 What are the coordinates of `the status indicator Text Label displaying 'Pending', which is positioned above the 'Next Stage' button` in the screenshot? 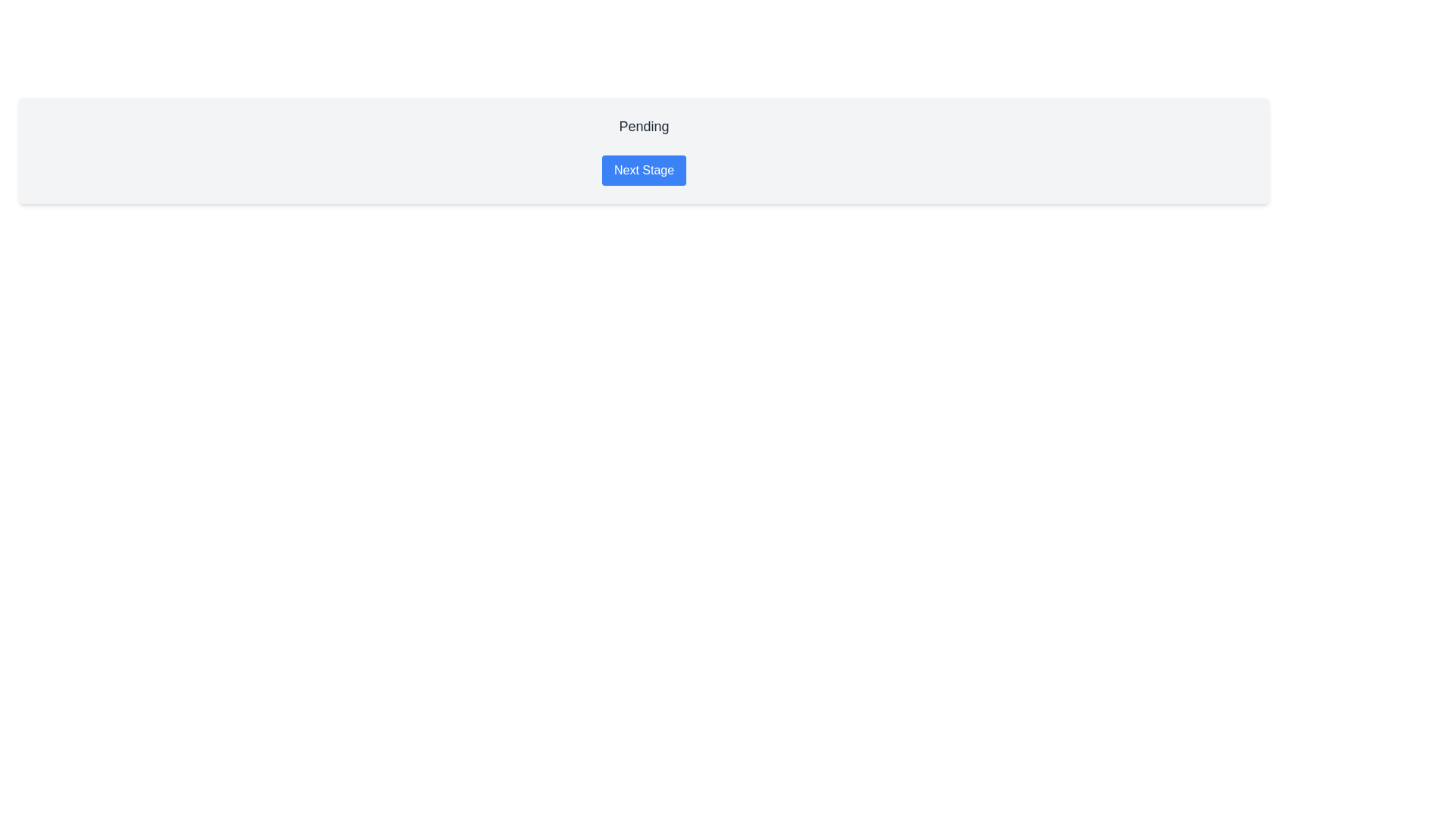 It's located at (644, 128).